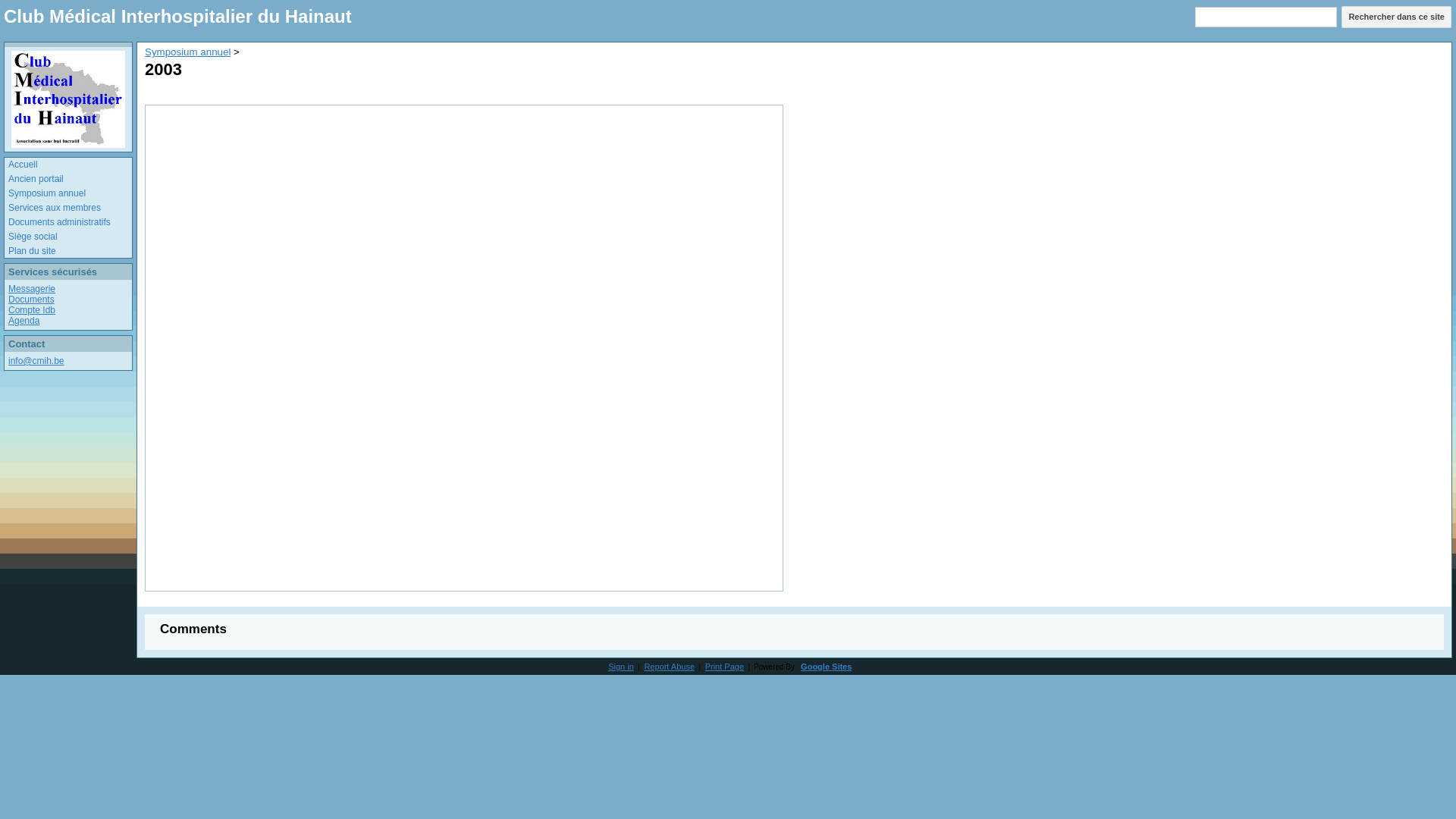 The image size is (1456, 819). What do you see at coordinates (668, 666) in the screenshot?
I see `'Report Abuse'` at bounding box center [668, 666].